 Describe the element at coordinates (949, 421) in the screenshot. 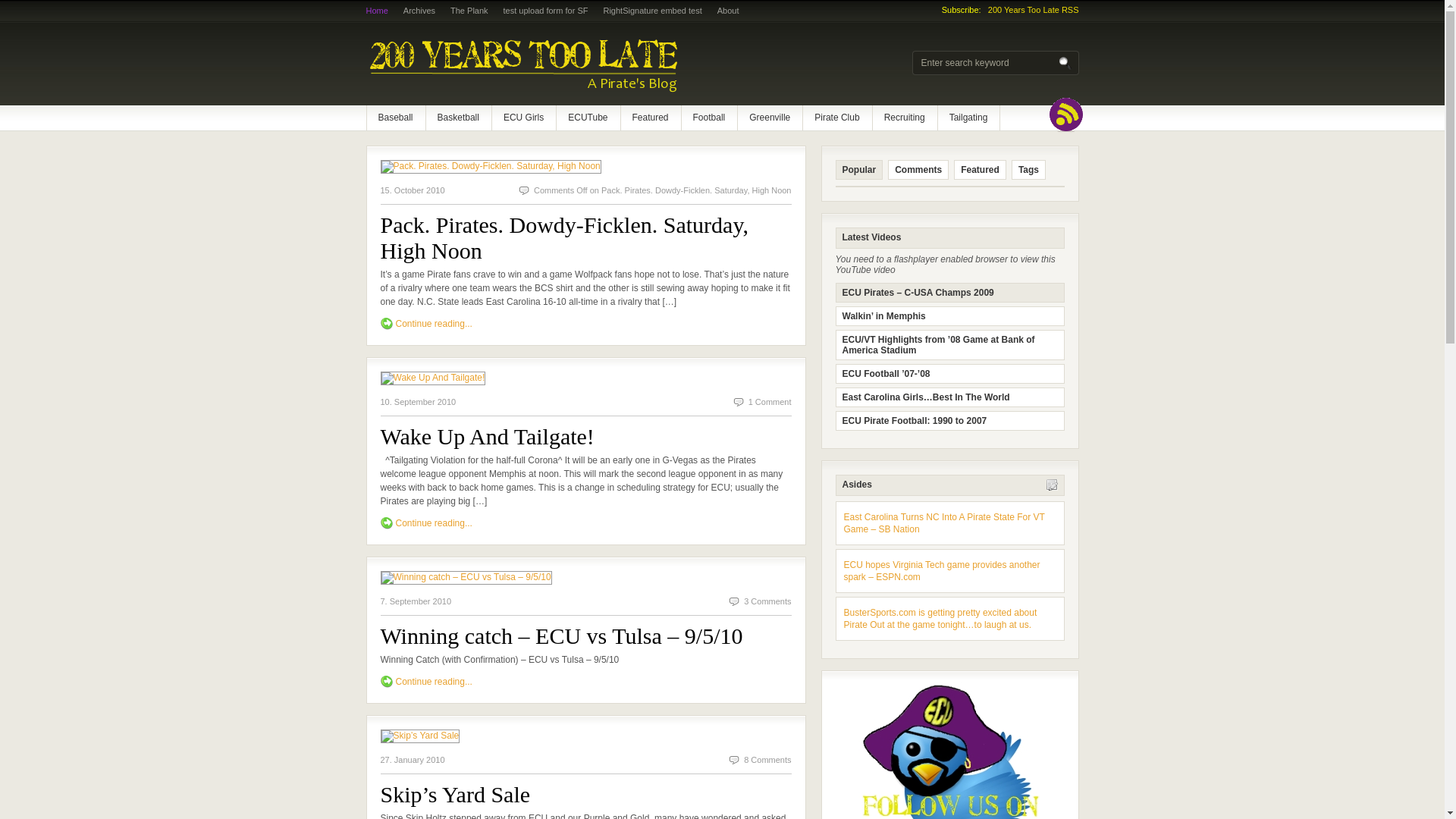

I see `'ECU Pirate Football: 1990 to 2007'` at that location.